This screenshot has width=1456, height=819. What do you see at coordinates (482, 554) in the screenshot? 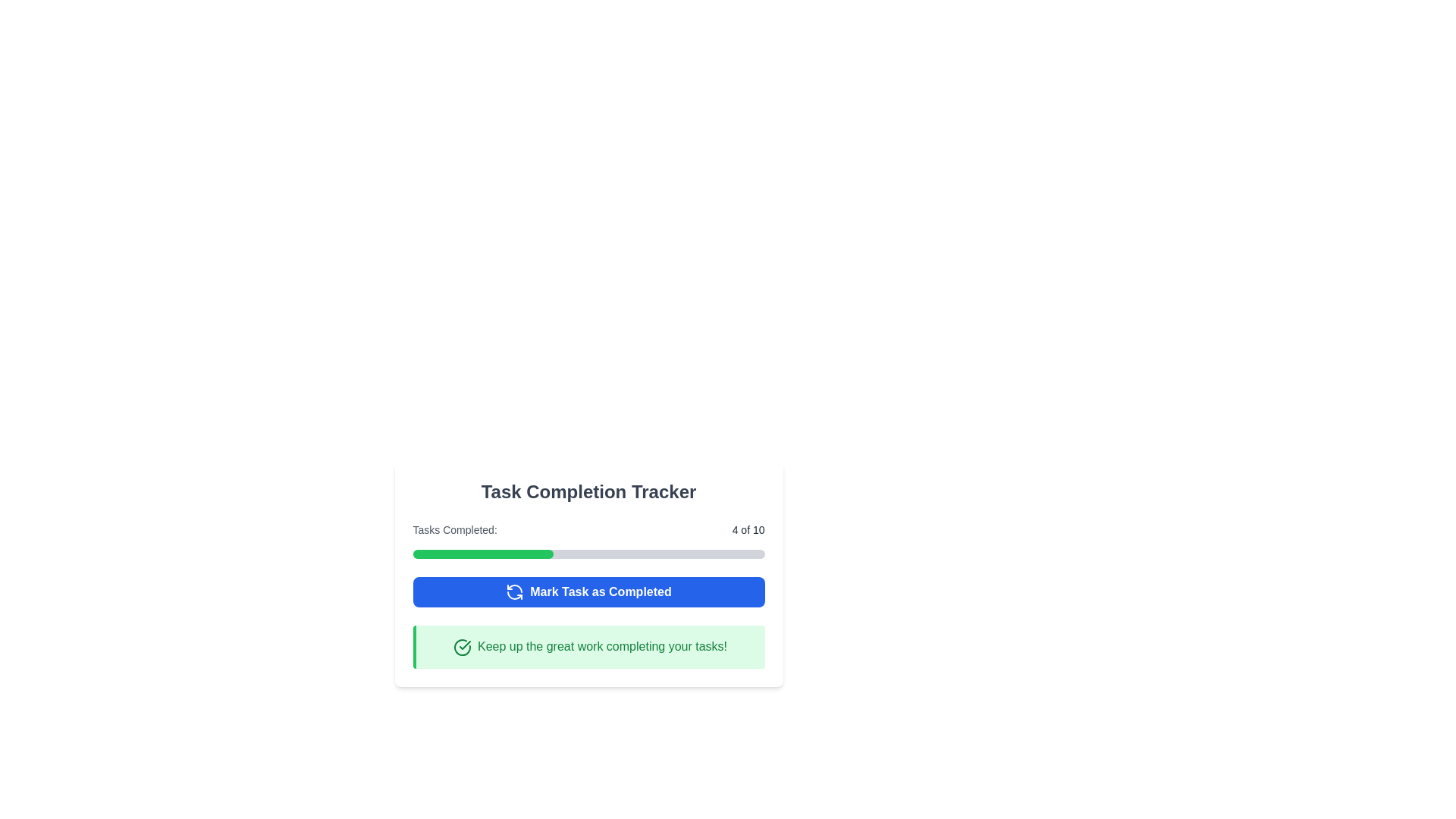
I see `the filled green section of the progress indicator bar located below the 'Tasks Completed: 4 of 10' label` at bounding box center [482, 554].